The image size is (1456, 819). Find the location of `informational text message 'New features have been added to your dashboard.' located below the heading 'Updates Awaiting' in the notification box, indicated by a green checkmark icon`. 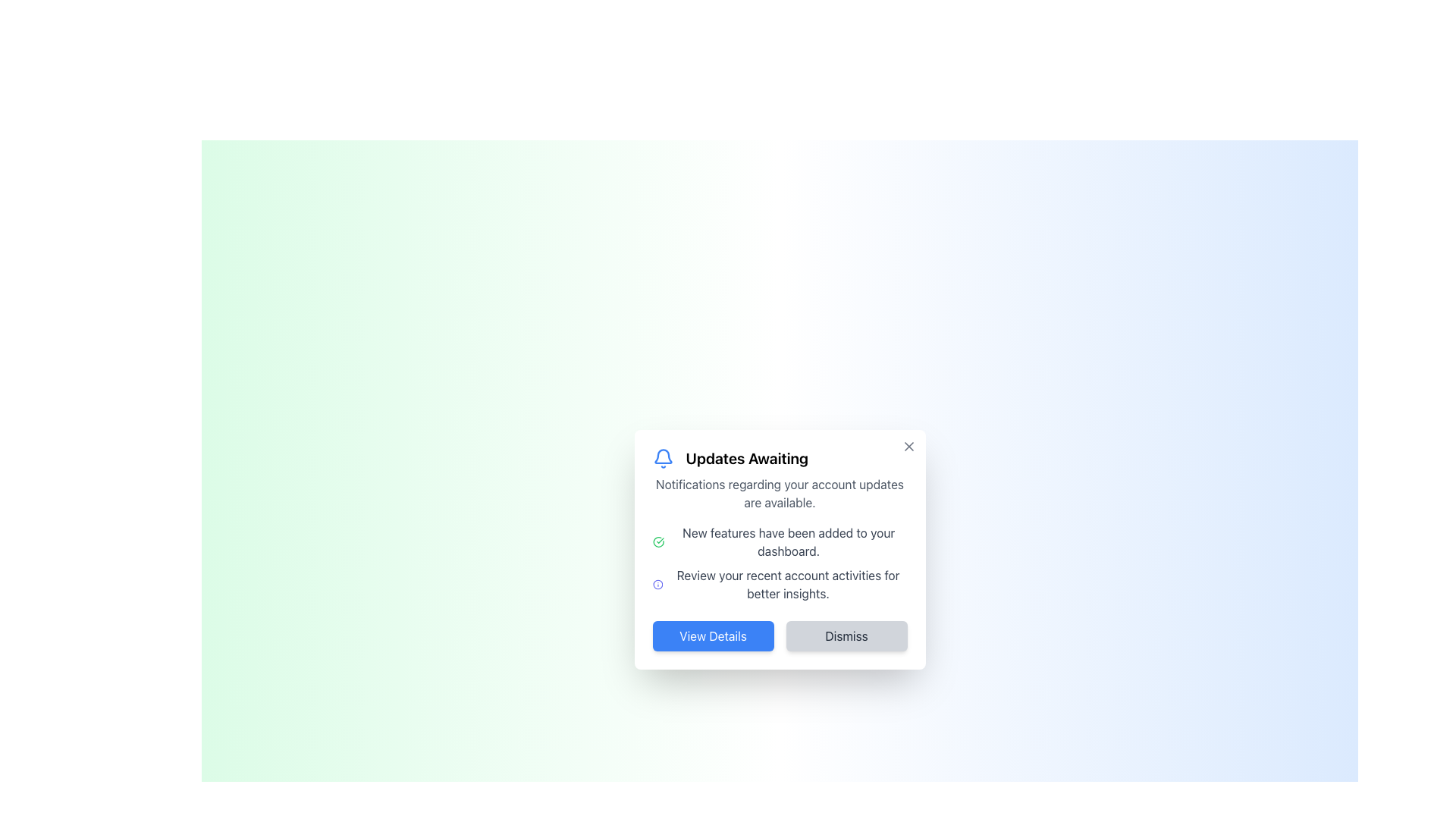

informational text message 'New features have been added to your dashboard.' located below the heading 'Updates Awaiting' in the notification box, indicated by a green checkmark icon is located at coordinates (780, 541).